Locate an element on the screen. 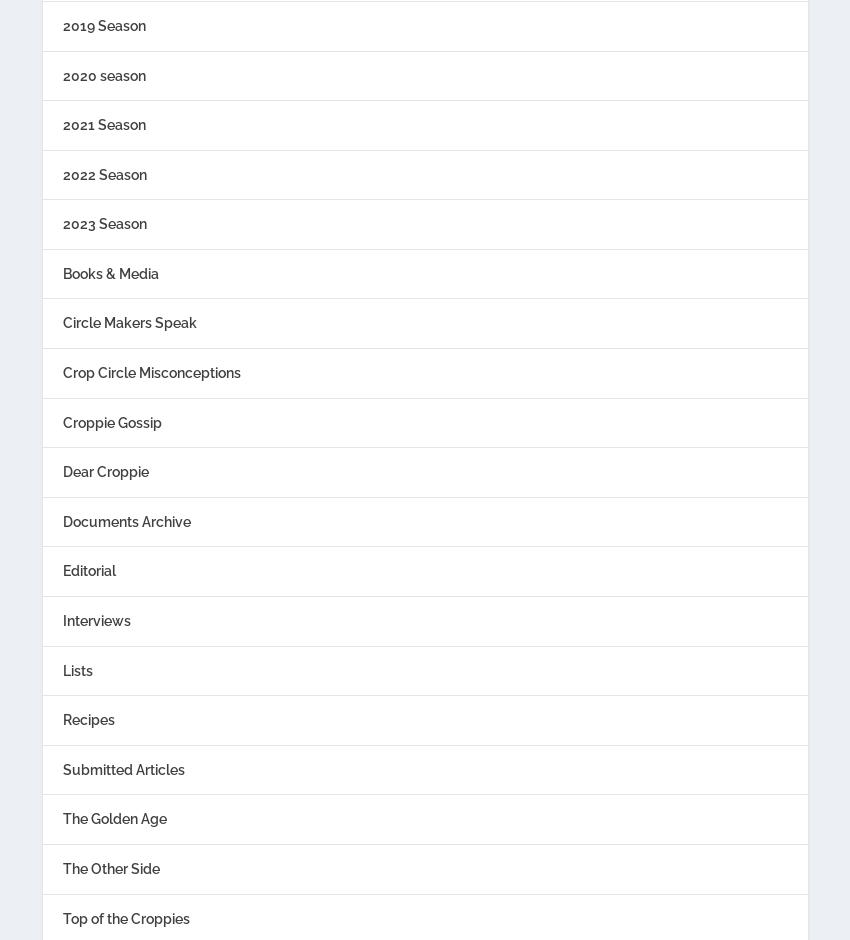  '2020 season' is located at coordinates (102, 74).